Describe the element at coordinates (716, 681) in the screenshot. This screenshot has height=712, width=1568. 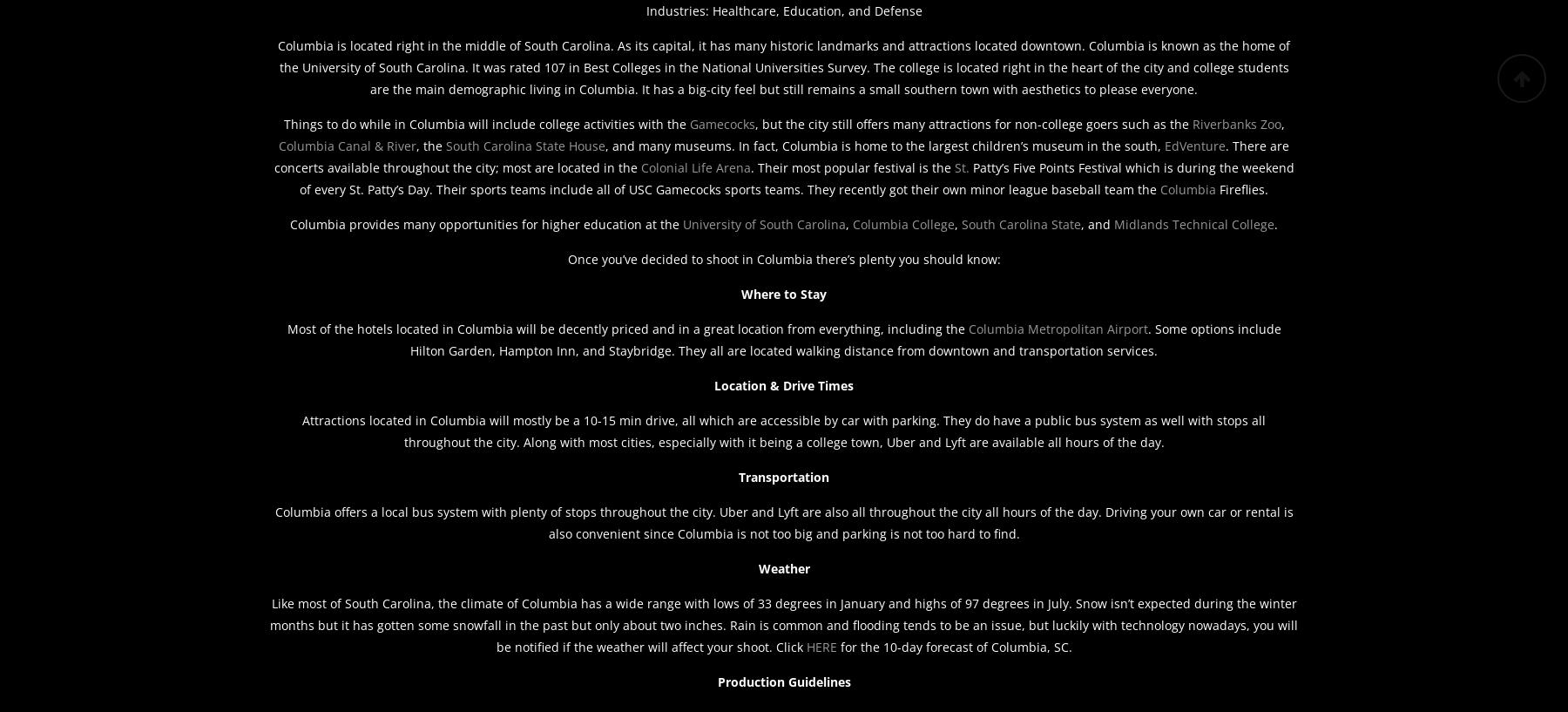
I see `'Production Guidelines'` at that location.